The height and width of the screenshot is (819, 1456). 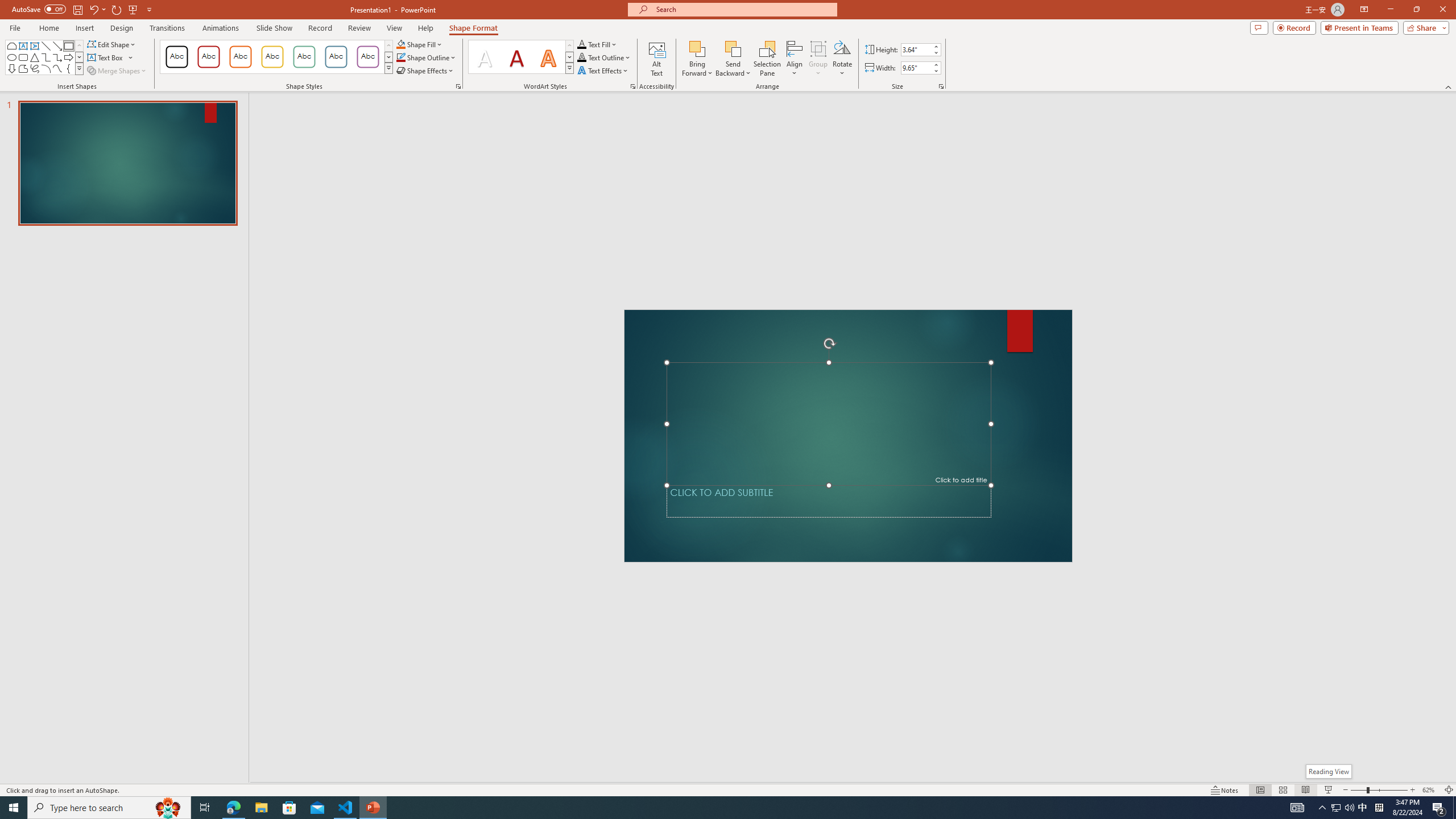 I want to click on 'Size and Position...', so click(x=941, y=85).